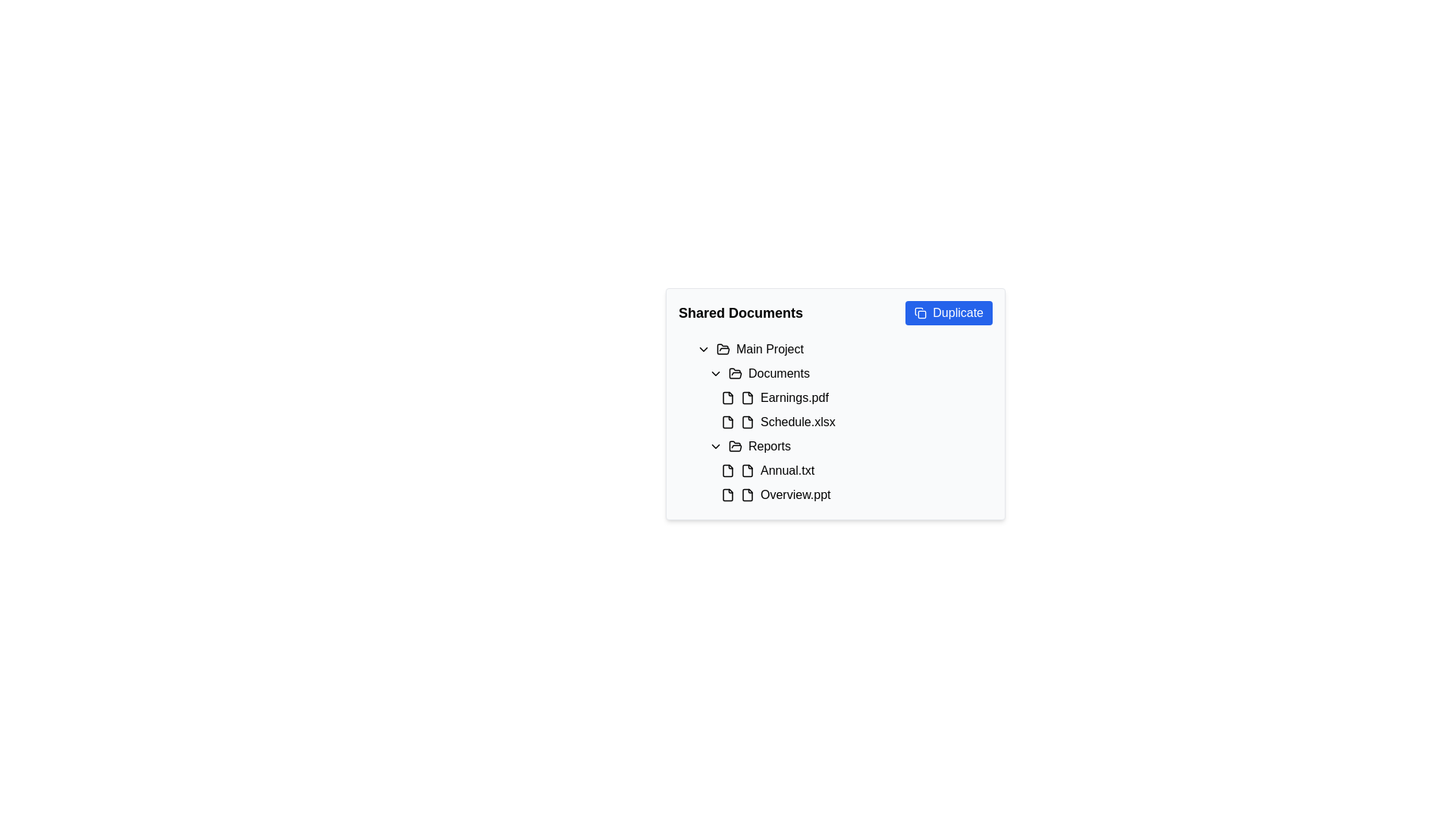 This screenshot has height=819, width=1456. I want to click on the folder icon indicating the Documents folder's open status, located within the 'lucide-folder-open' group, so click(723, 349).